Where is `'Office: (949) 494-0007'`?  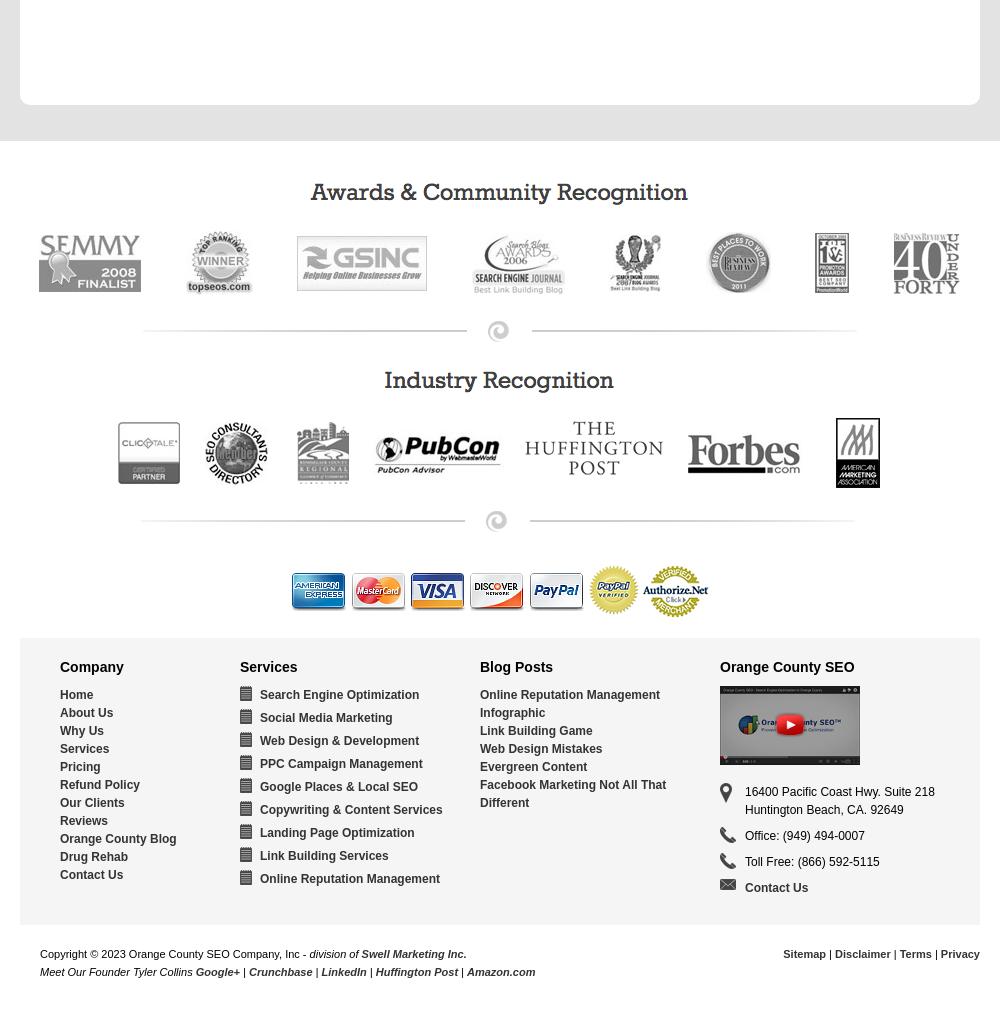 'Office: (949) 494-0007' is located at coordinates (804, 835).